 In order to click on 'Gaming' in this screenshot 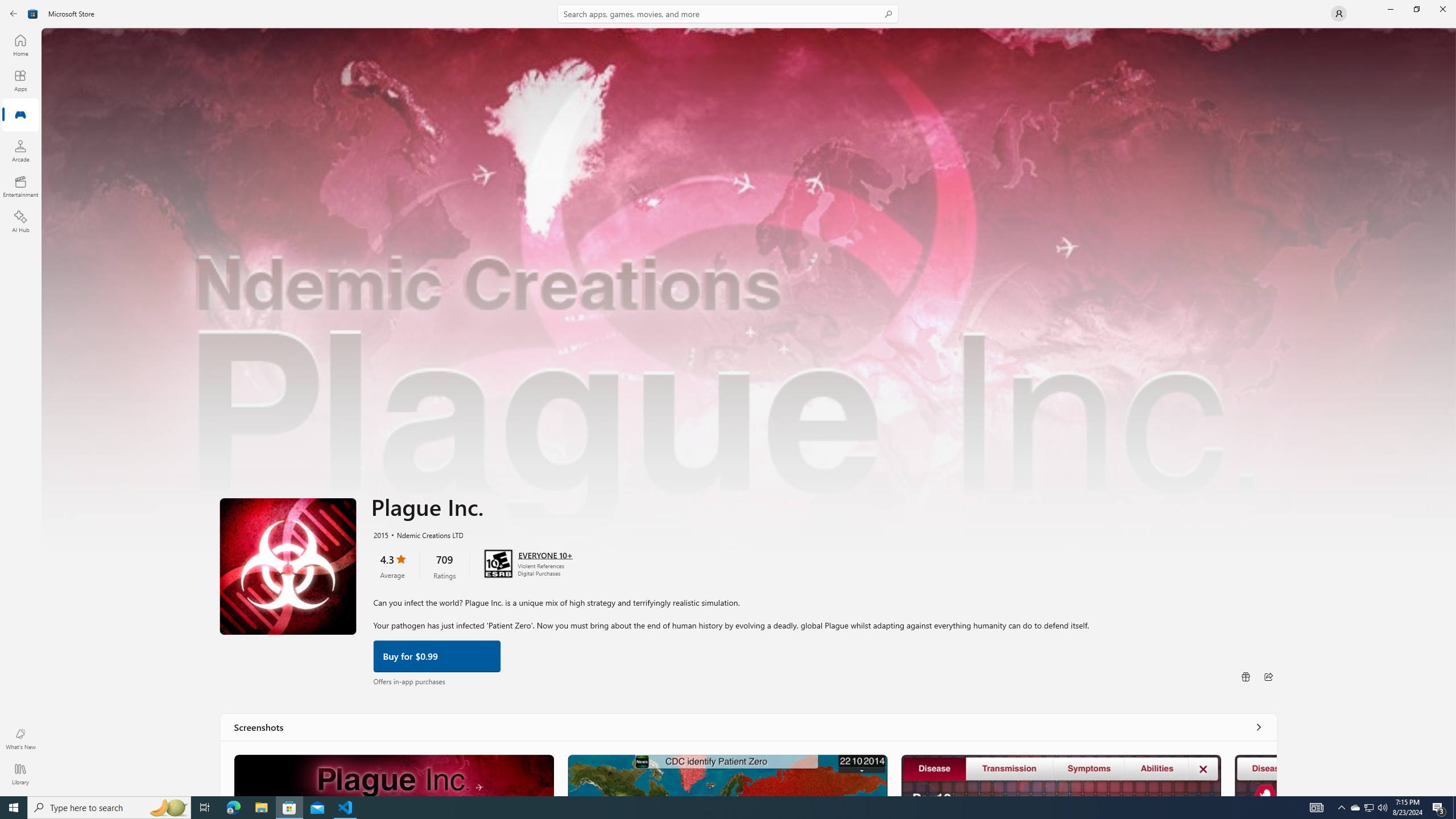, I will do `click(19, 115)`.